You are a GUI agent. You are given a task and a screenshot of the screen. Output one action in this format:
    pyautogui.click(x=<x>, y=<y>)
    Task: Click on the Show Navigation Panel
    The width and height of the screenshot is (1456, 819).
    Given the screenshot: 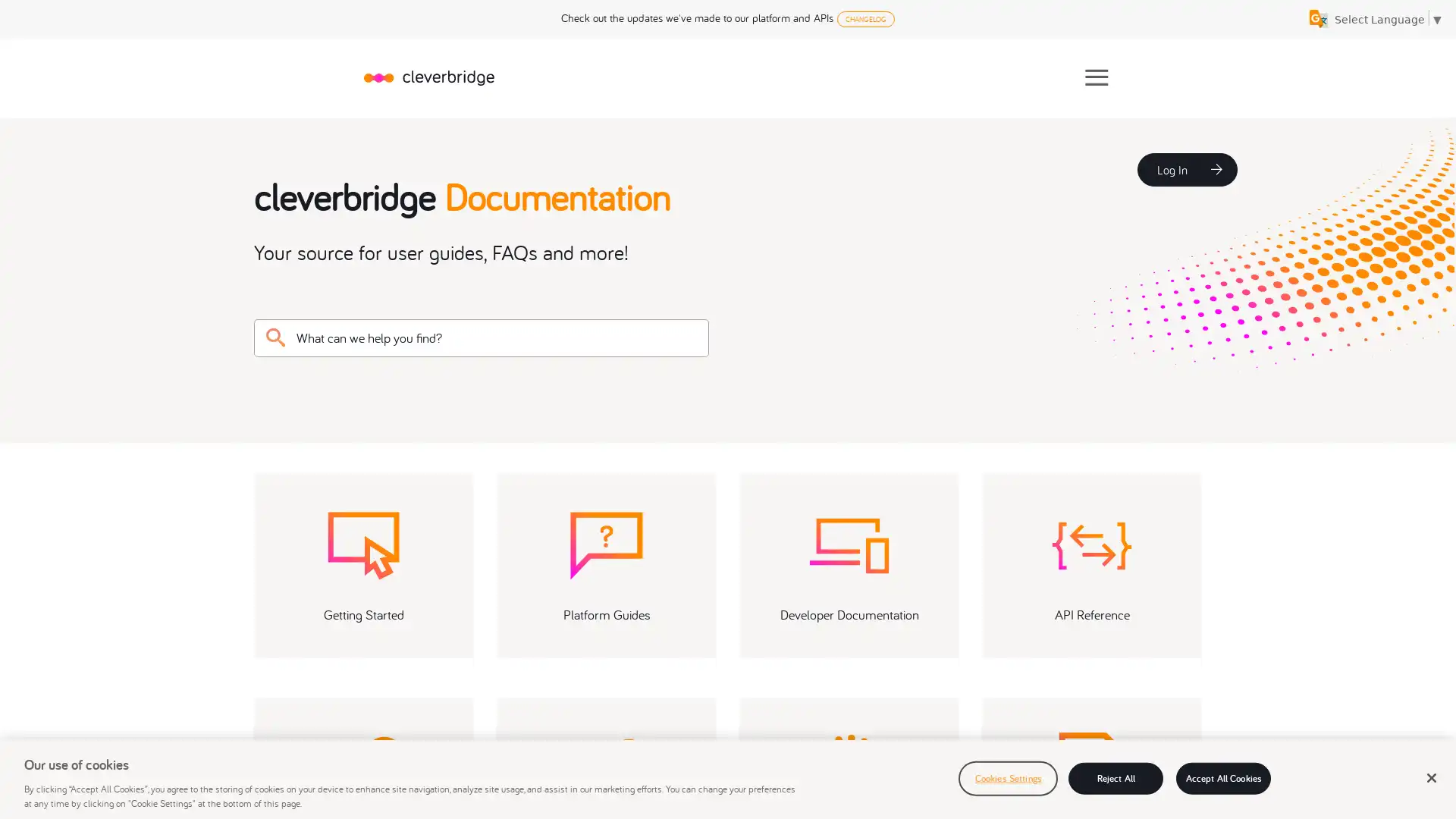 What is the action you would take?
    pyautogui.click(x=1096, y=77)
    